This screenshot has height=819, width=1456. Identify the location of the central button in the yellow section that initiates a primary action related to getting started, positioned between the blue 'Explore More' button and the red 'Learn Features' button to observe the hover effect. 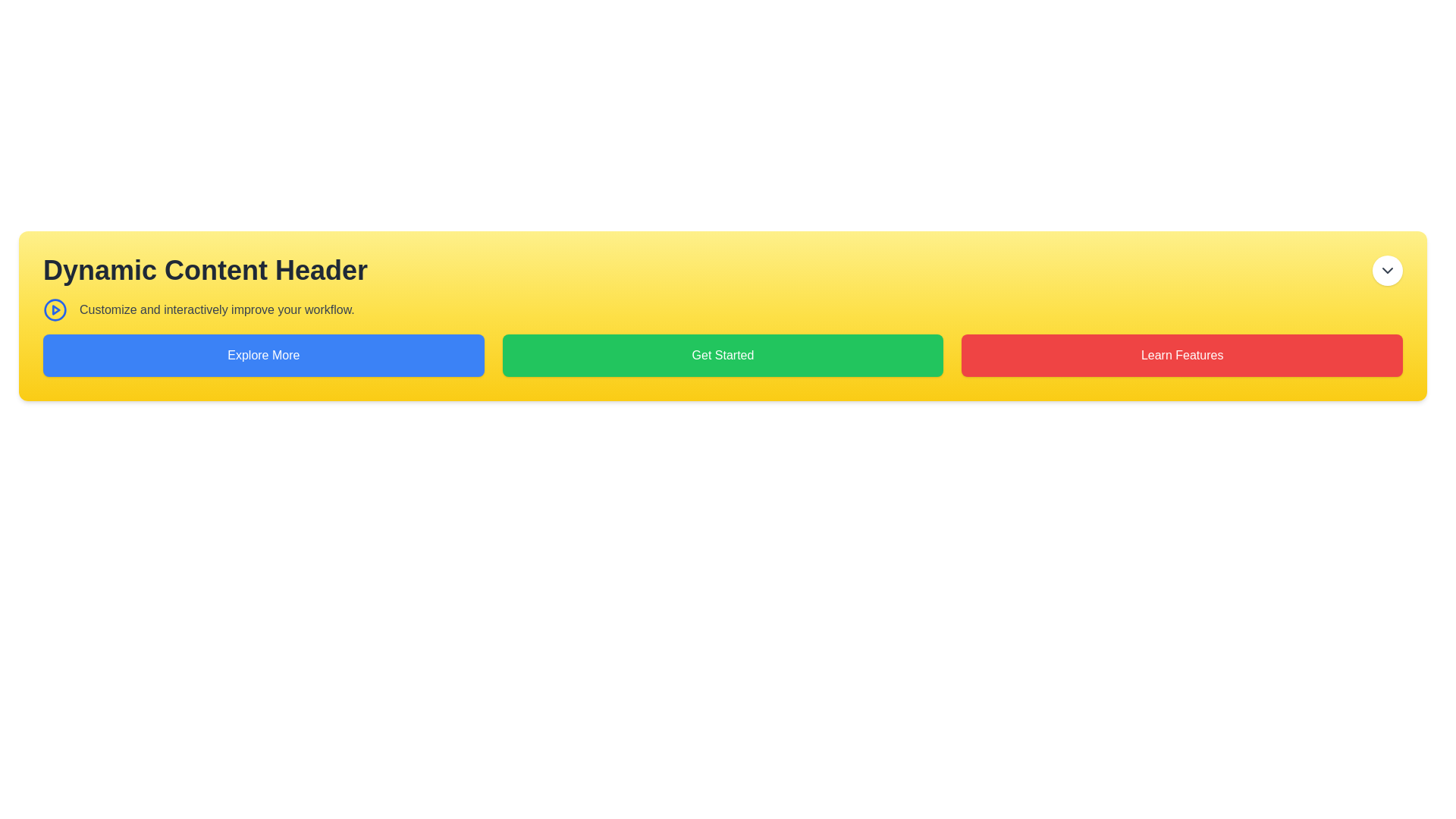
(722, 356).